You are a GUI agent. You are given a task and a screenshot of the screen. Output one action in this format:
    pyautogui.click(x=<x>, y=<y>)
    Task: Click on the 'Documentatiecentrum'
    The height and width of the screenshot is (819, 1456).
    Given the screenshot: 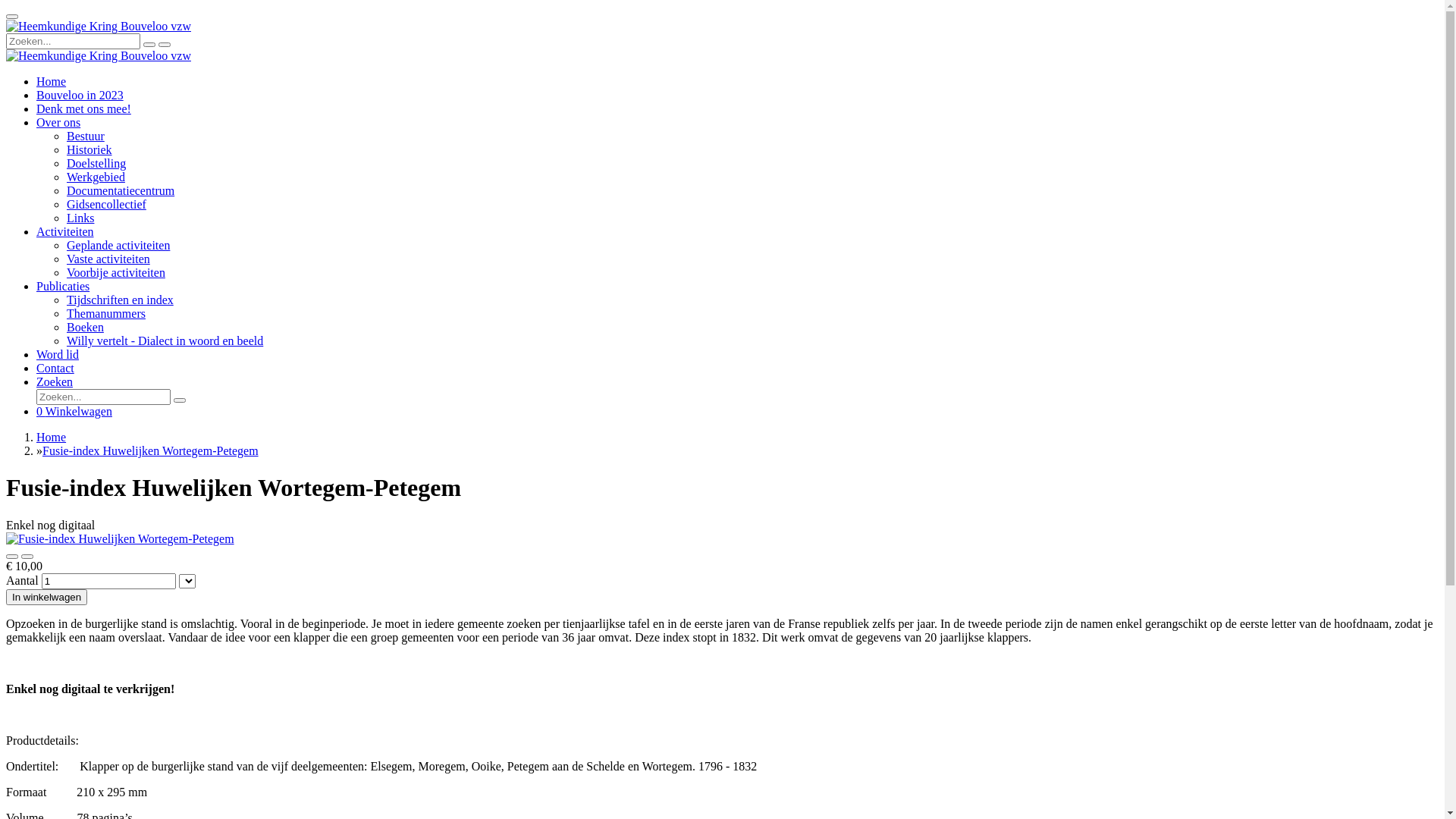 What is the action you would take?
    pyautogui.click(x=65, y=190)
    